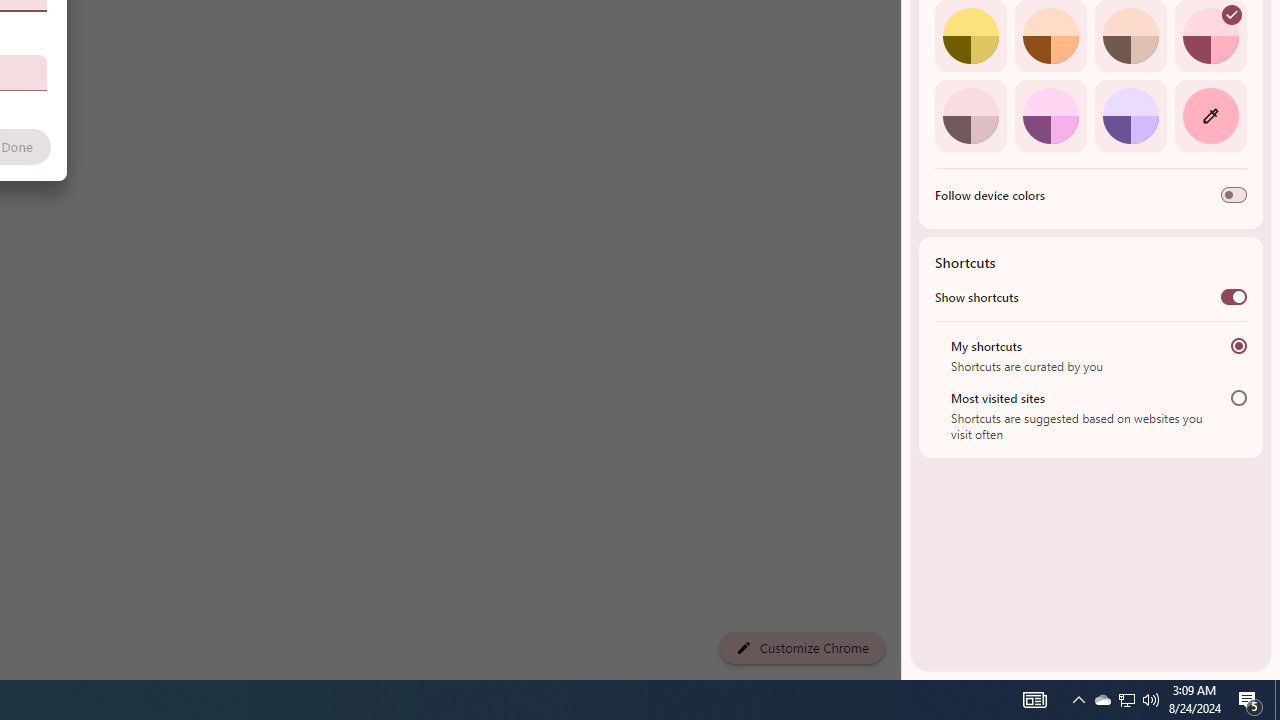  What do you see at coordinates (1209, 115) in the screenshot?
I see `'Custom color'` at bounding box center [1209, 115].